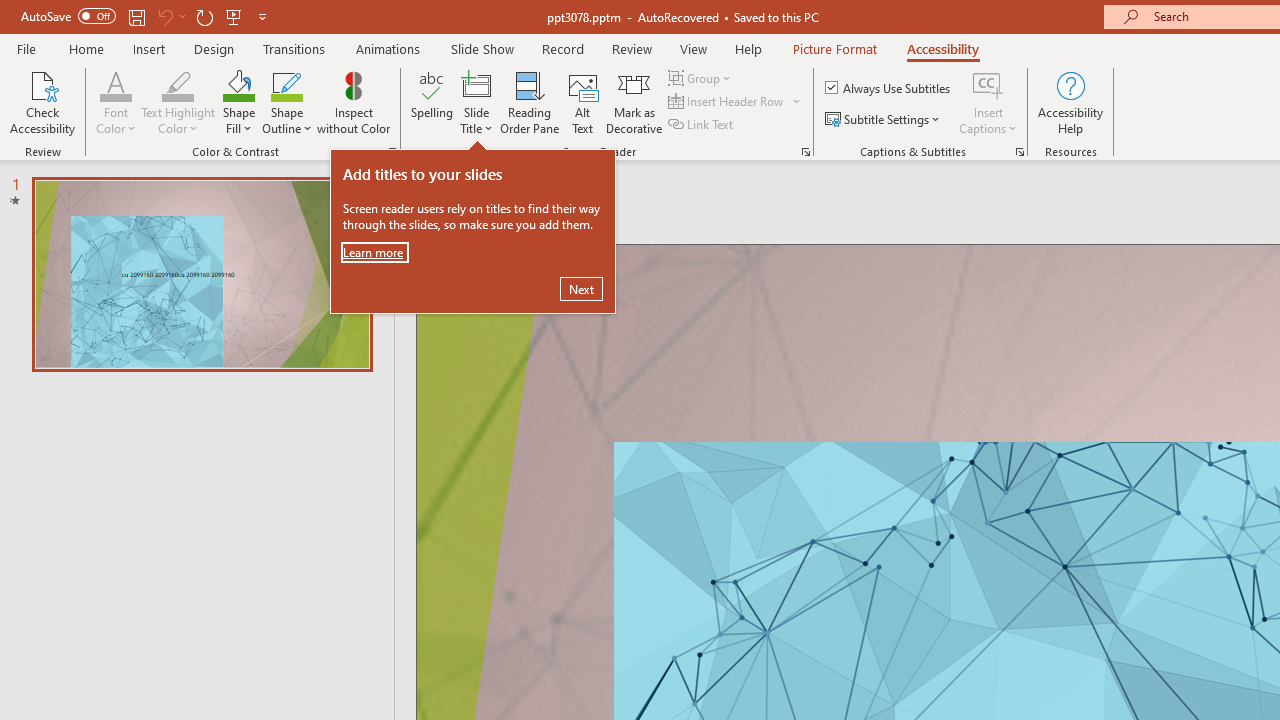  Describe the element at coordinates (475, 84) in the screenshot. I see `'Slide Title'` at that location.